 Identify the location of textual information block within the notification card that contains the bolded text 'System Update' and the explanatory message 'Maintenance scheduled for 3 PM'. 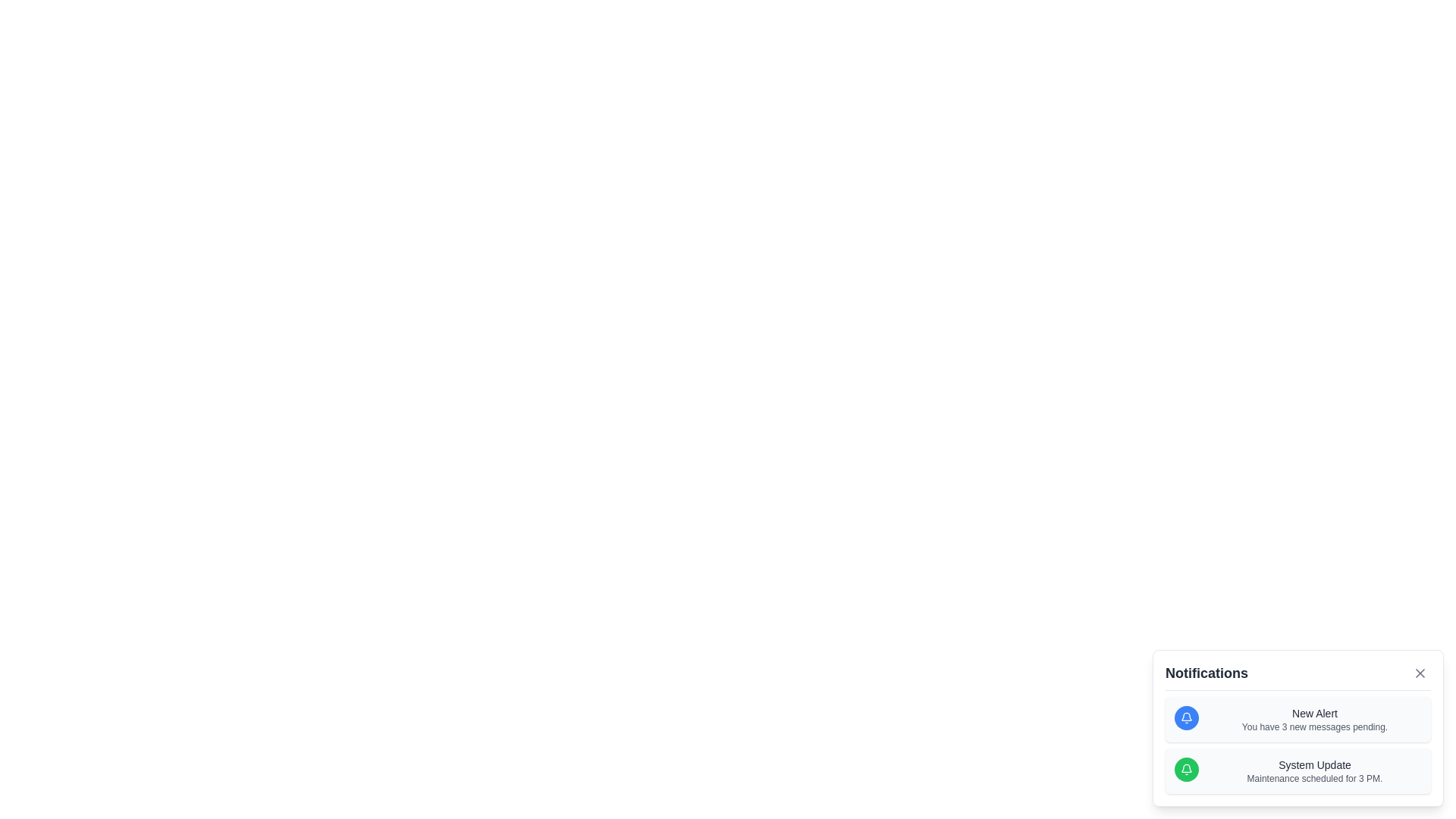
(1313, 771).